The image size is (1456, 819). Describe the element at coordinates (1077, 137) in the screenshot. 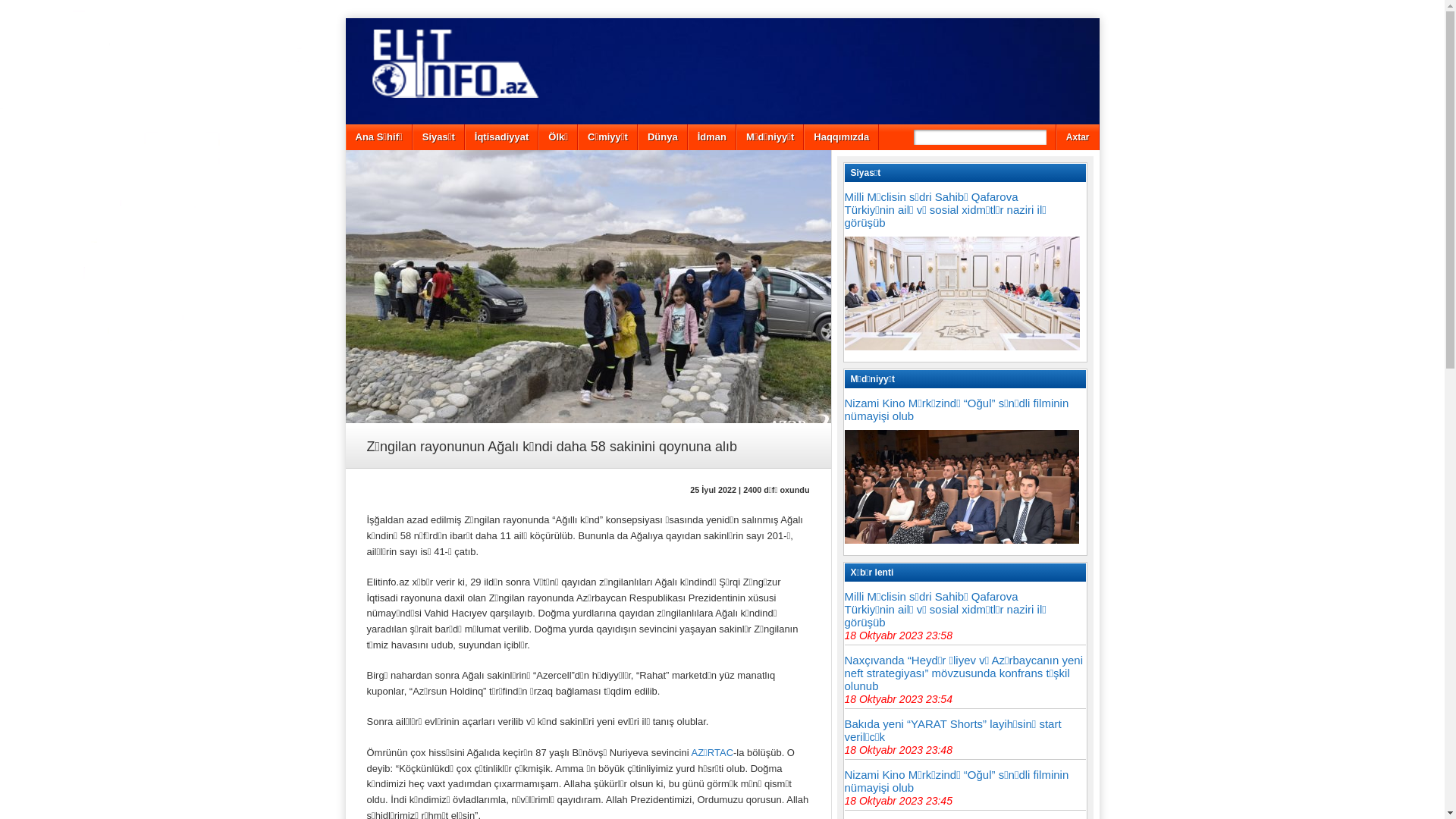

I see `'Axtar'` at that location.